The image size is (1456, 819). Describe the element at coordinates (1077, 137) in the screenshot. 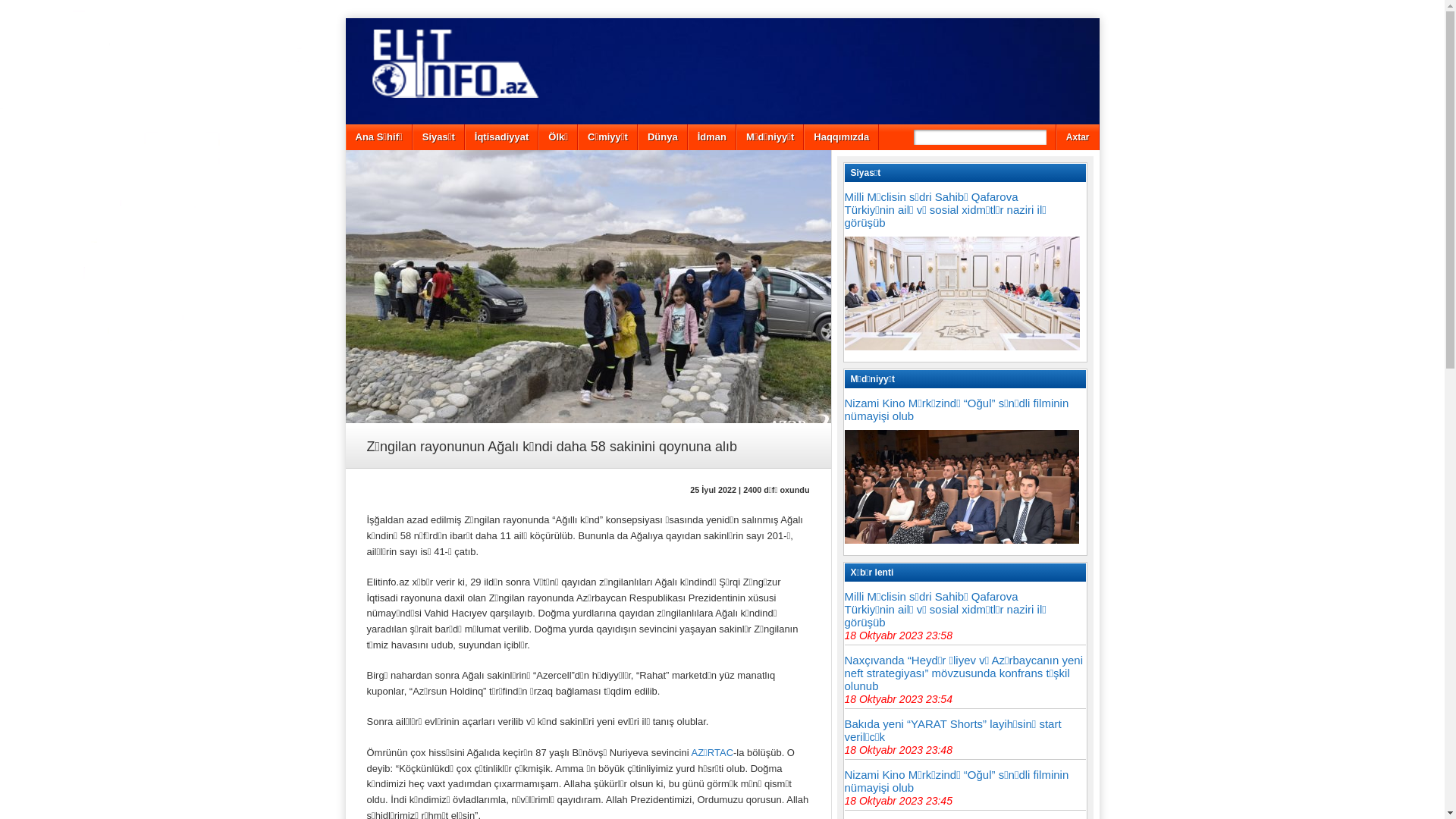

I see `'Axtar'` at that location.